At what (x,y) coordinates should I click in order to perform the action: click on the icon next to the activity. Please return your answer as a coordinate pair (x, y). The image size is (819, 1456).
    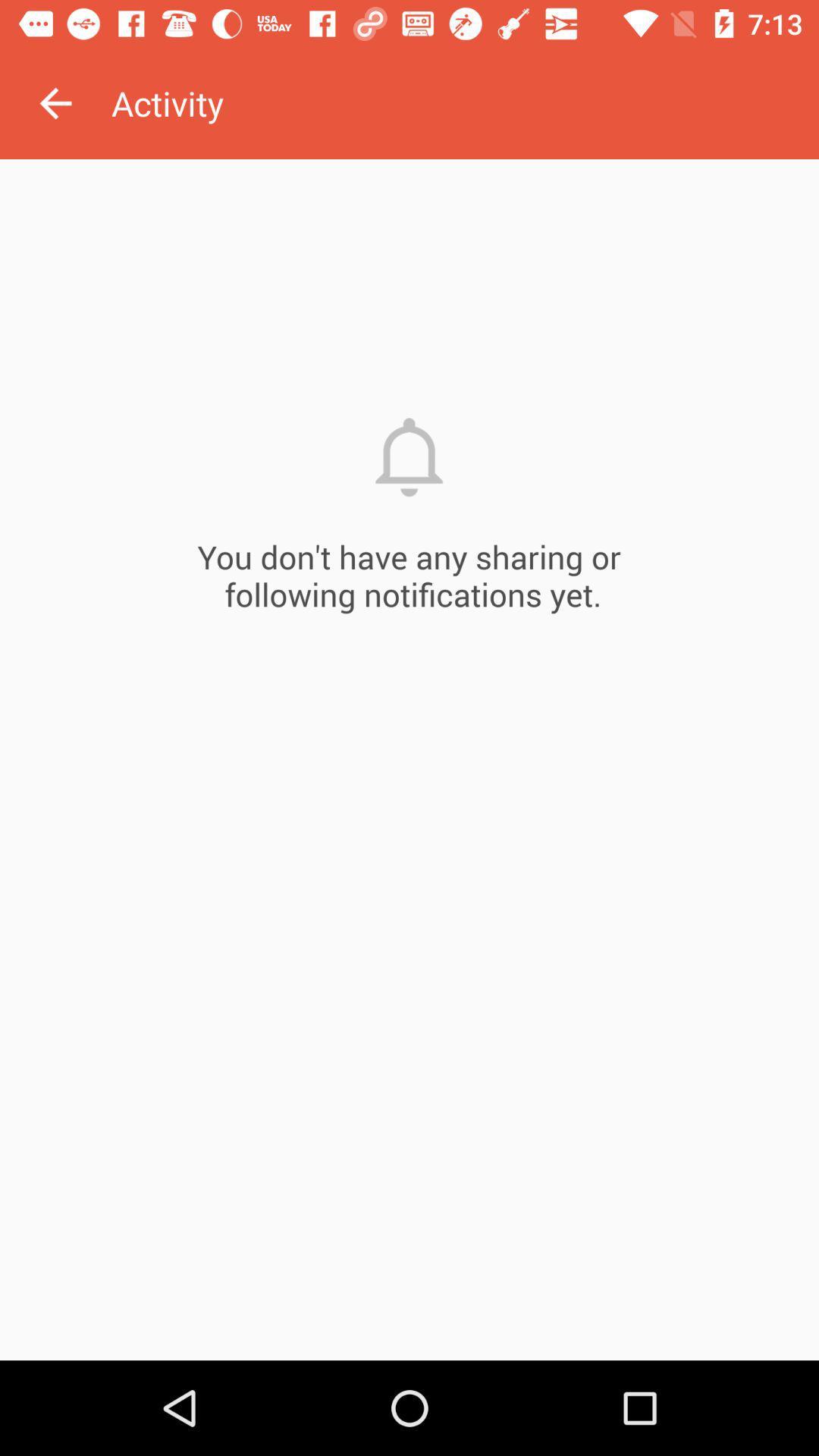
    Looking at the image, I should click on (55, 102).